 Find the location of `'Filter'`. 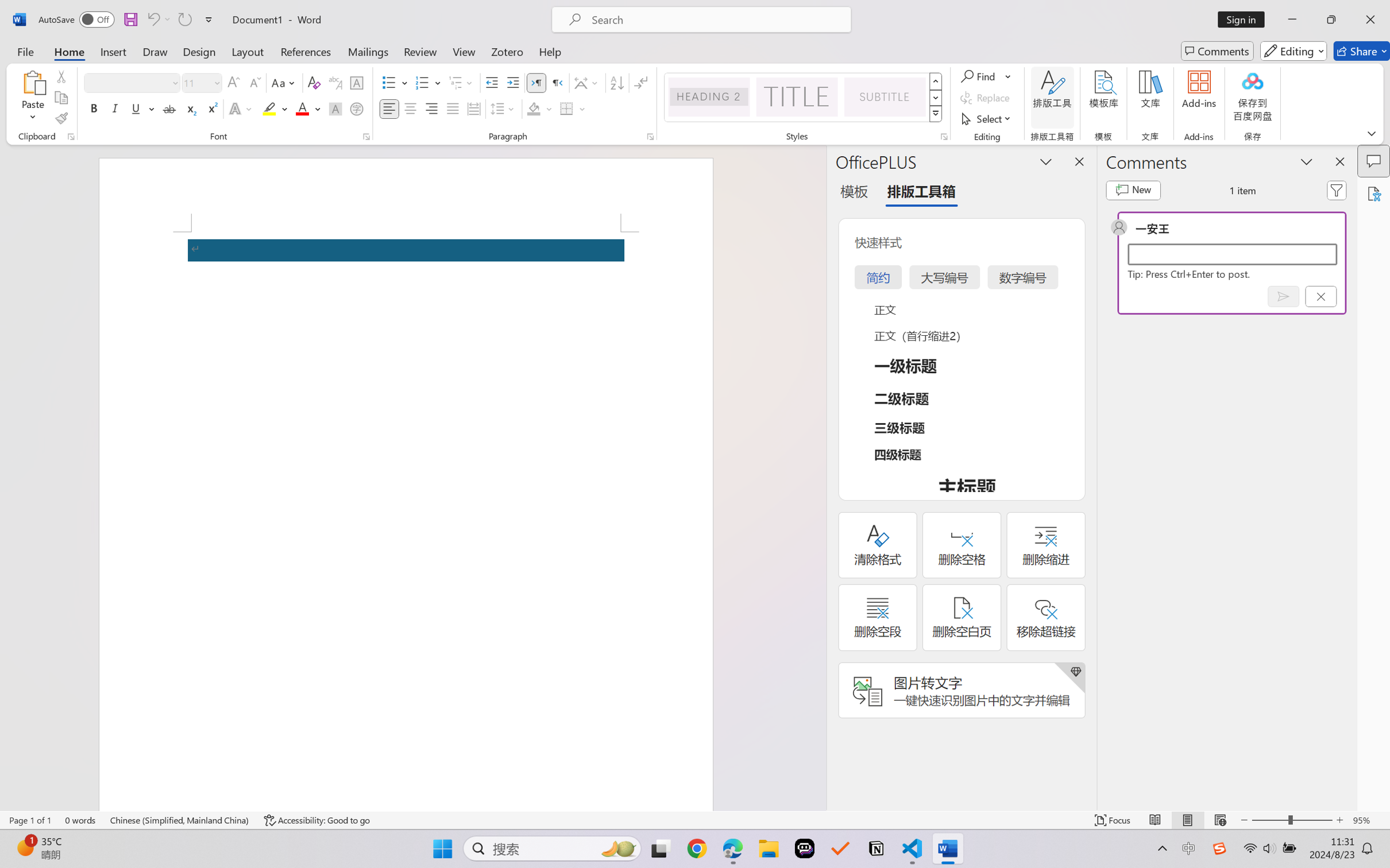

'Filter' is located at coordinates (1337, 190).